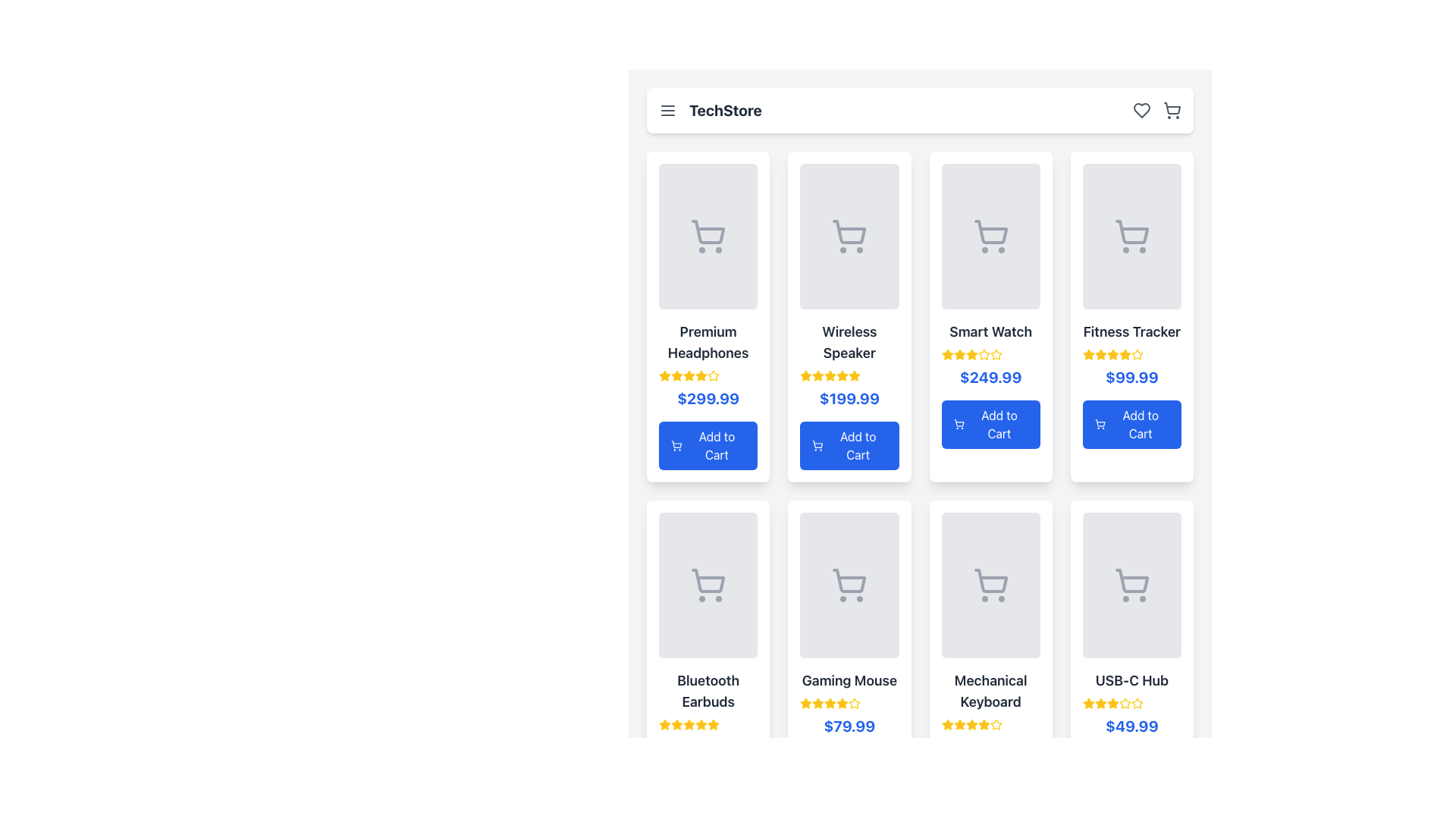 Image resolution: width=1456 pixels, height=819 pixels. Describe the element at coordinates (830, 704) in the screenshot. I see `the fourth star icon in the 5-star rating system` at that location.